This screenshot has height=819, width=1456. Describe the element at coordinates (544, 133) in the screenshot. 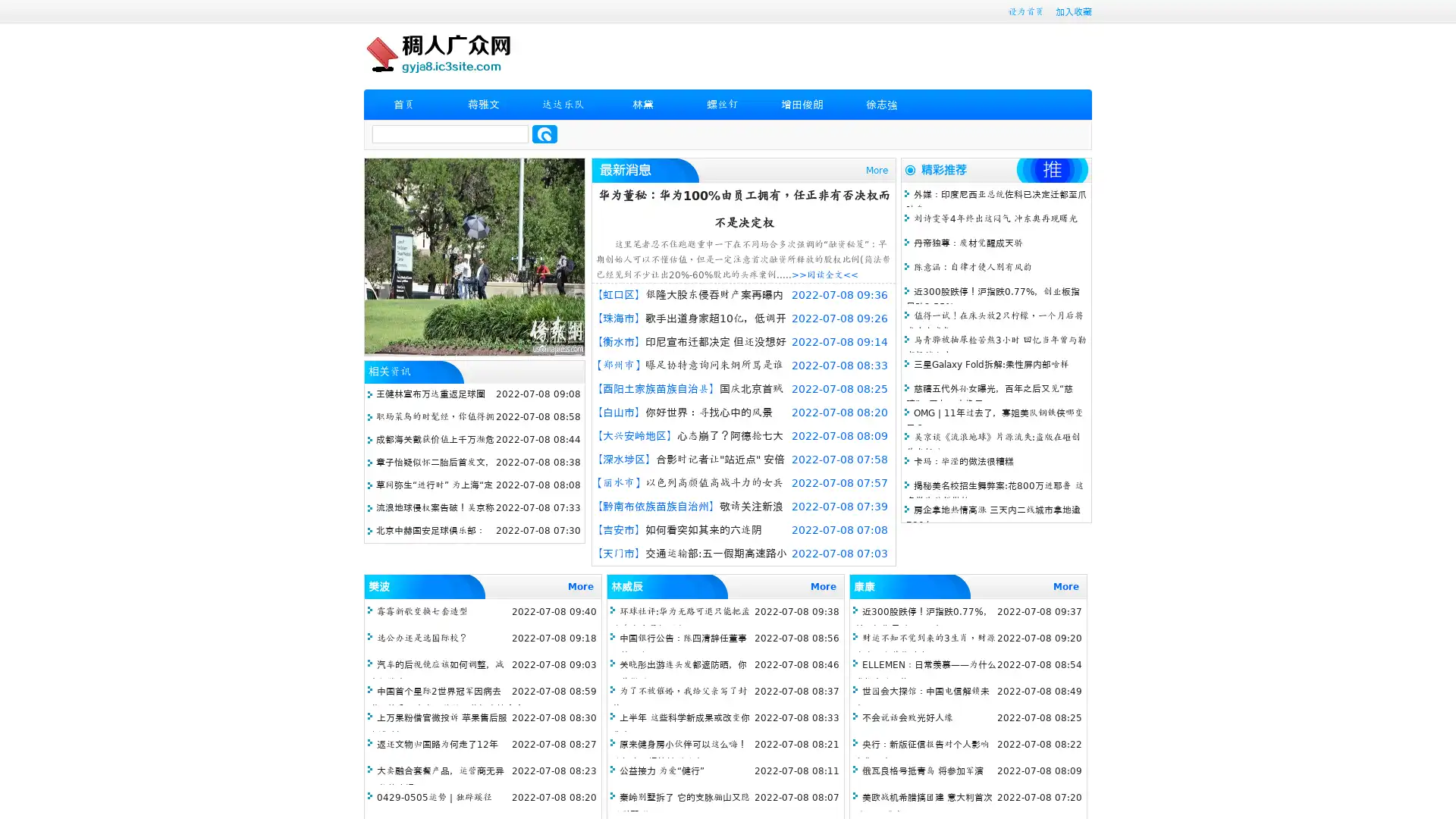

I see `Search` at that location.